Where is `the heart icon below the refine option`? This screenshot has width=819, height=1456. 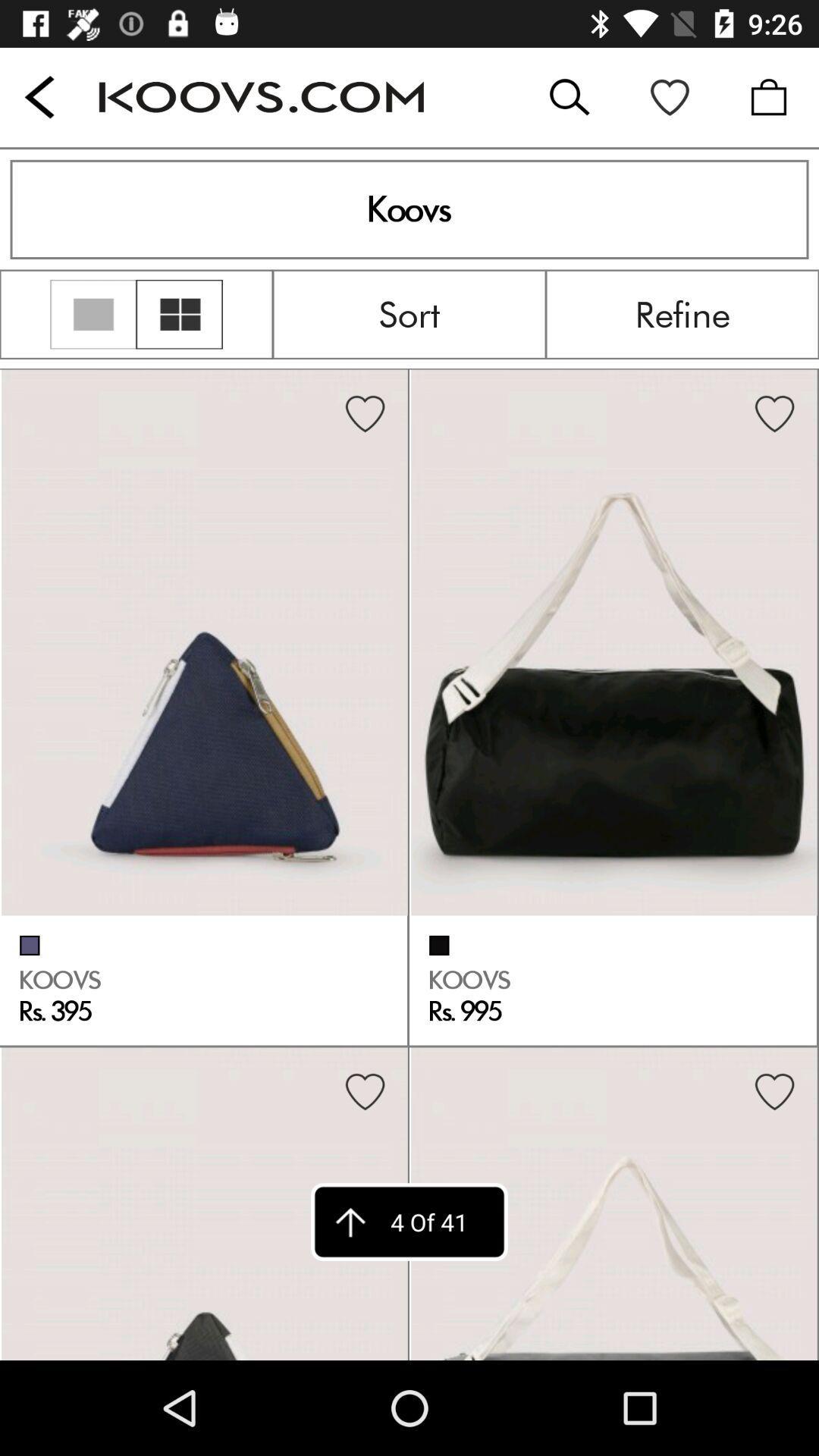 the heart icon below the refine option is located at coordinates (774, 415).